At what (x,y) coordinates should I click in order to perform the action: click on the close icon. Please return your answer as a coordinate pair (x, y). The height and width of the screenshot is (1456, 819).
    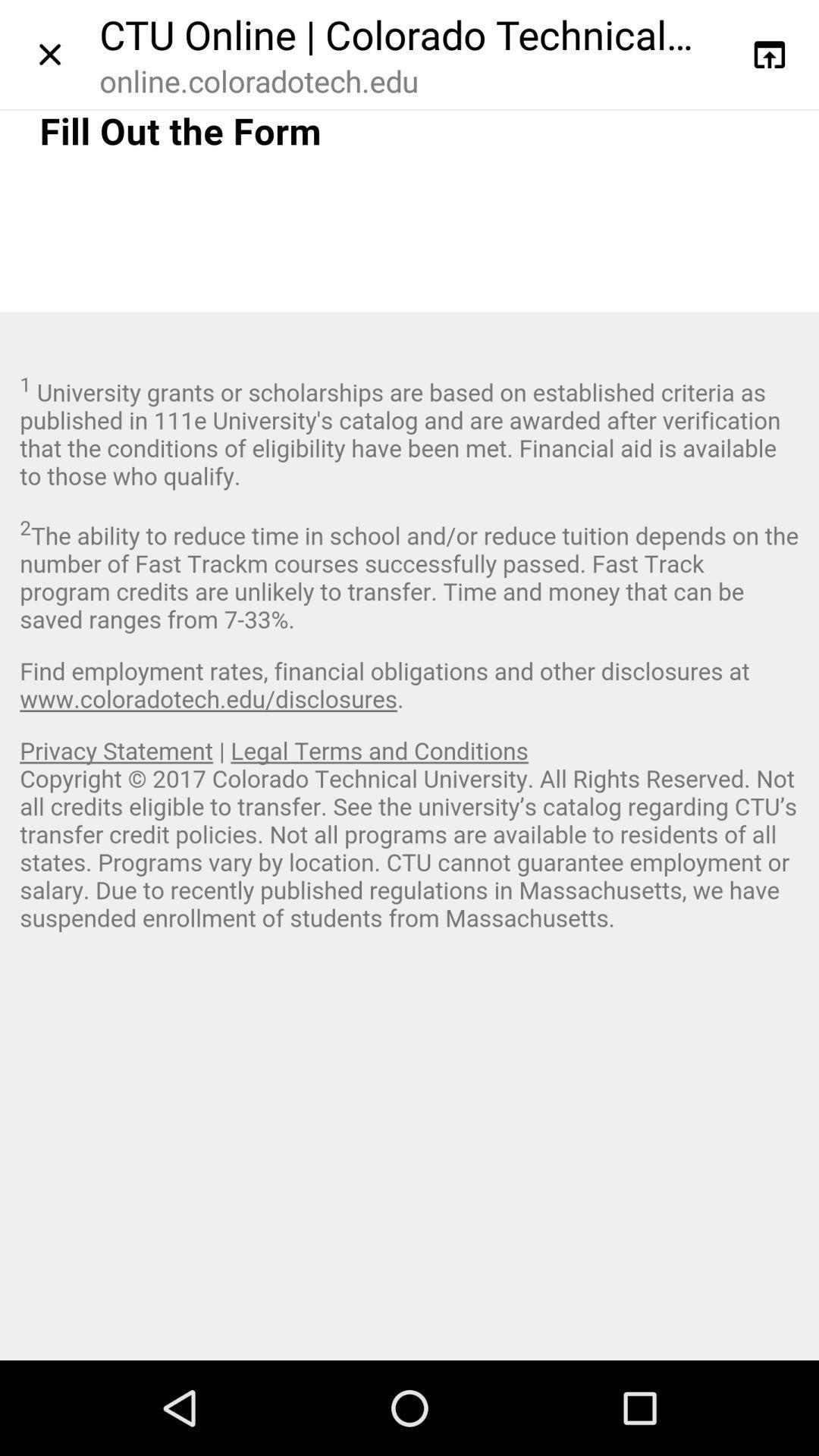
    Looking at the image, I should click on (49, 58).